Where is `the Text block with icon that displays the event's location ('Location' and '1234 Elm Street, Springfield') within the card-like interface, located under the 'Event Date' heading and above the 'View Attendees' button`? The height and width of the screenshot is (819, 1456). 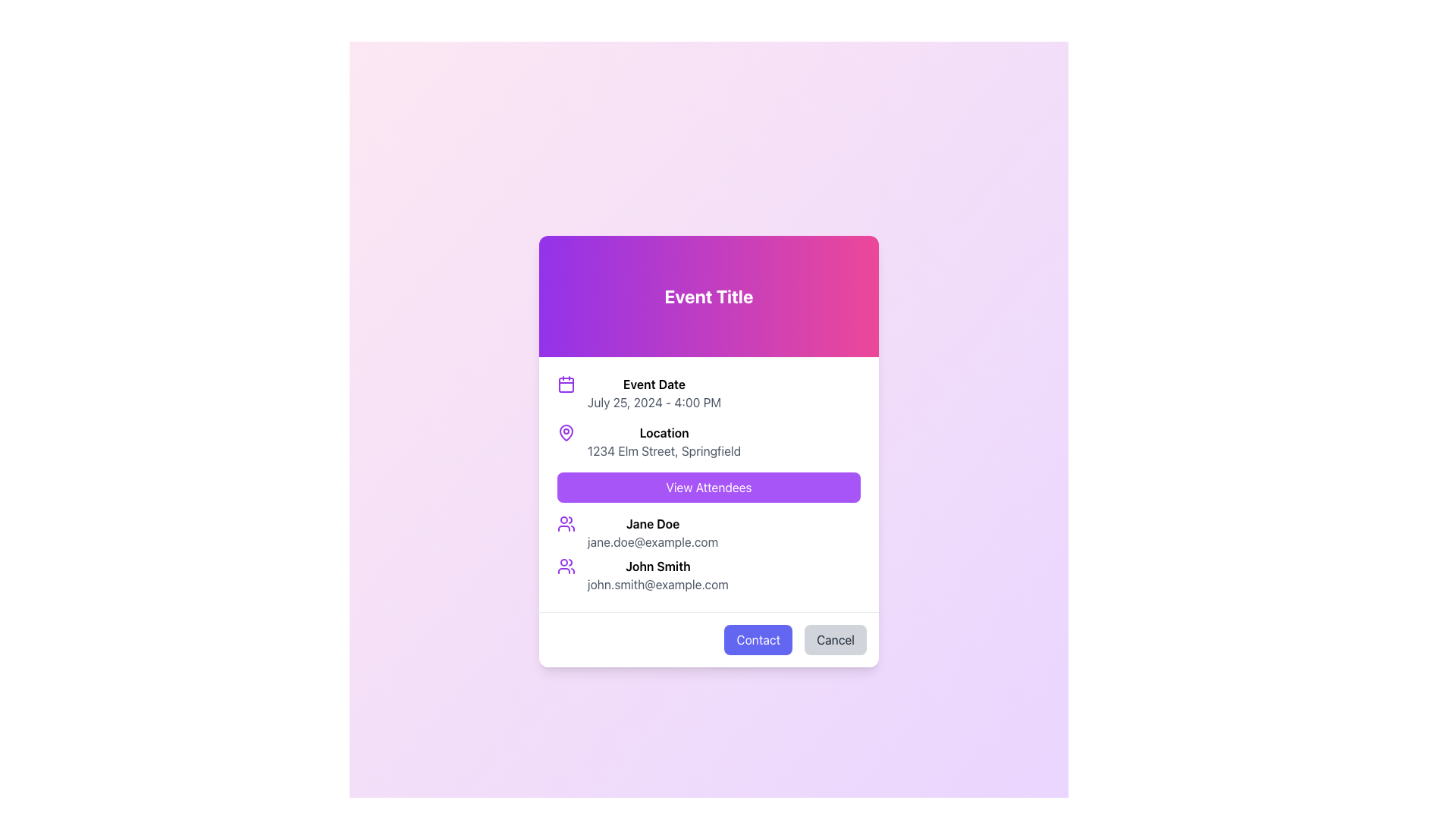 the Text block with icon that displays the event's location ('Location' and '1234 Elm Street, Springfield') within the card-like interface, located under the 'Event Date' heading and above the 'View Attendees' button is located at coordinates (708, 441).